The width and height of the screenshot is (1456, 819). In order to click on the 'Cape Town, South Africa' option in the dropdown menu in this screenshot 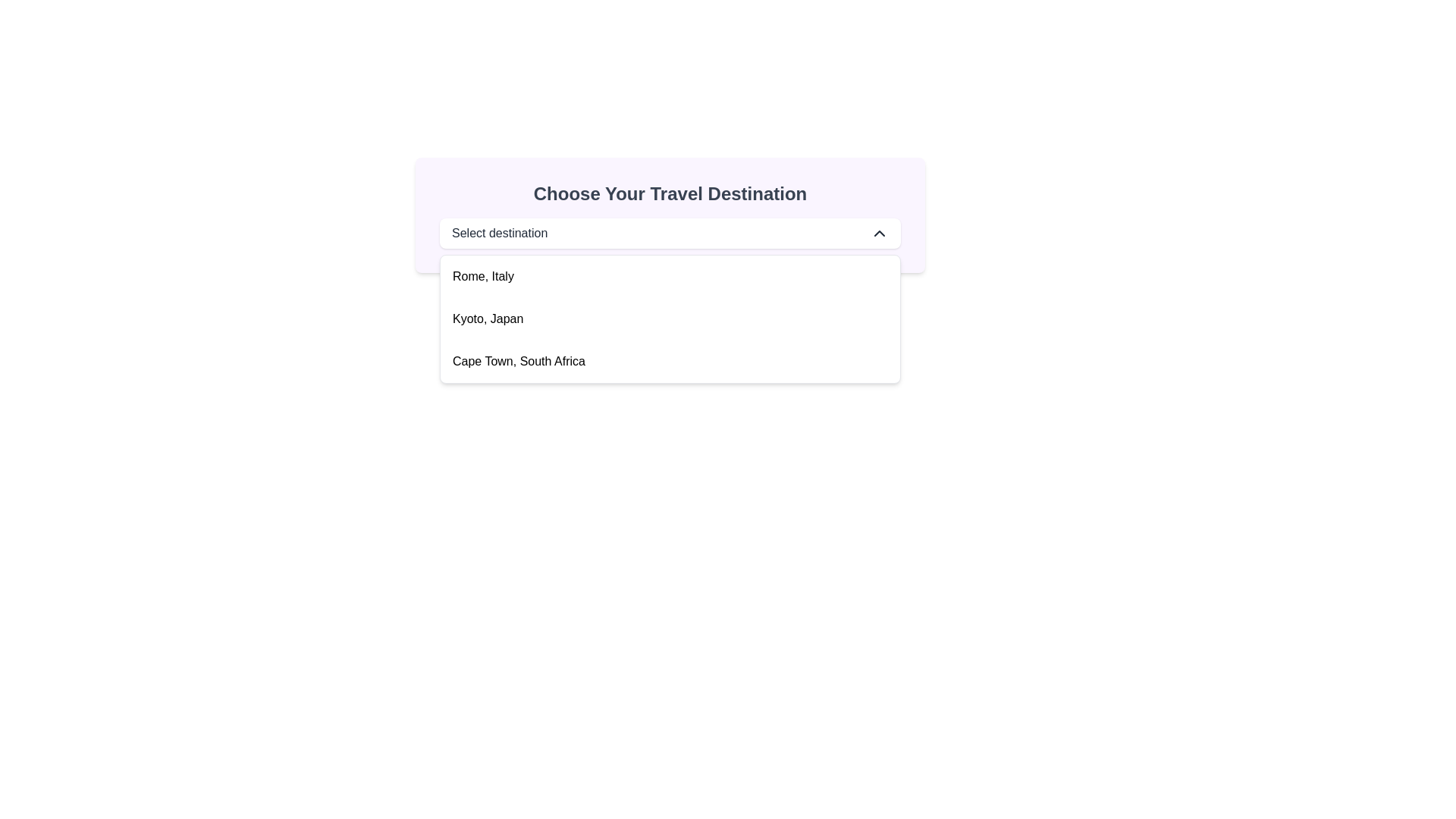, I will do `click(519, 362)`.